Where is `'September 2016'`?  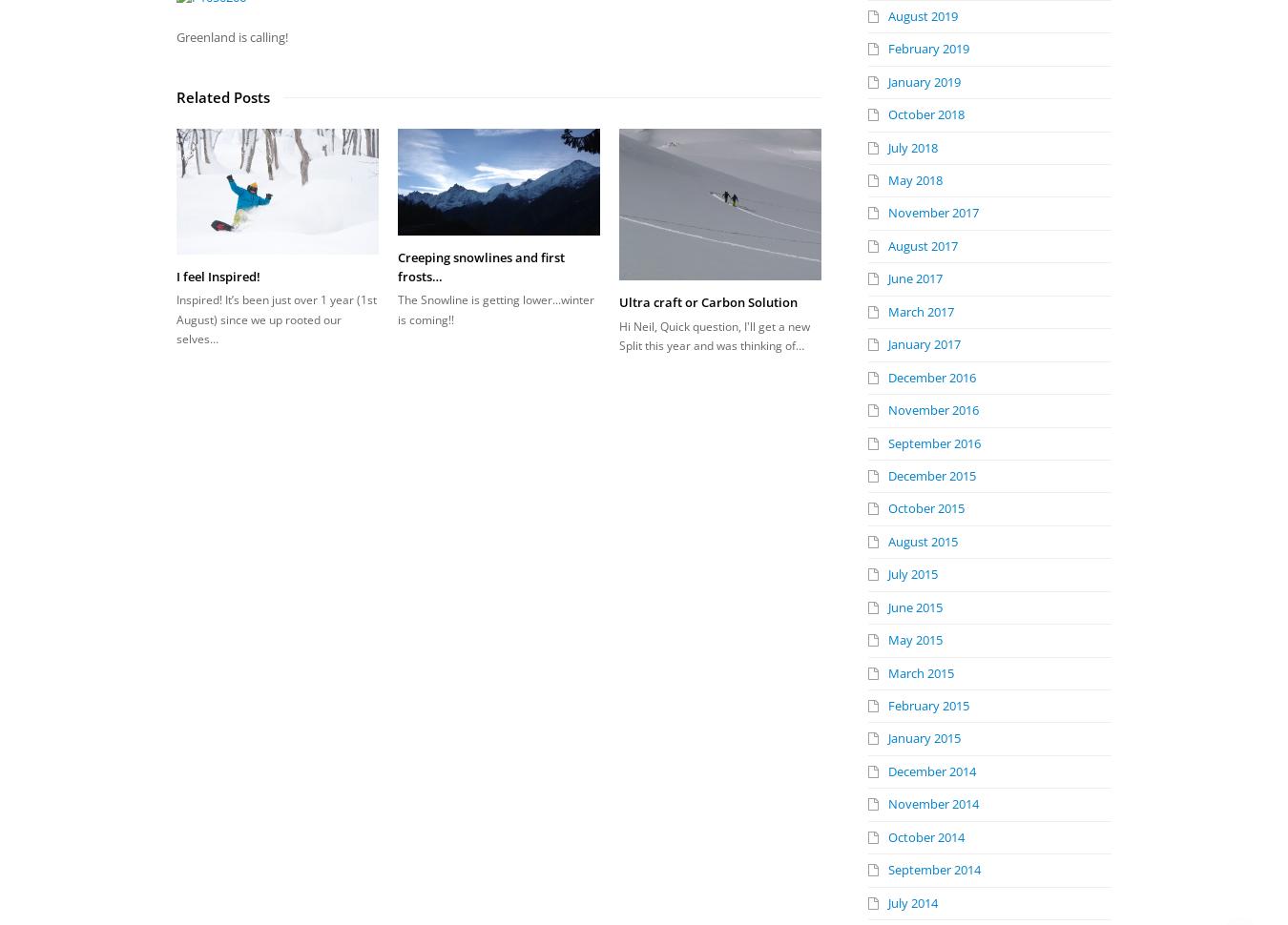 'September 2016' is located at coordinates (933, 442).